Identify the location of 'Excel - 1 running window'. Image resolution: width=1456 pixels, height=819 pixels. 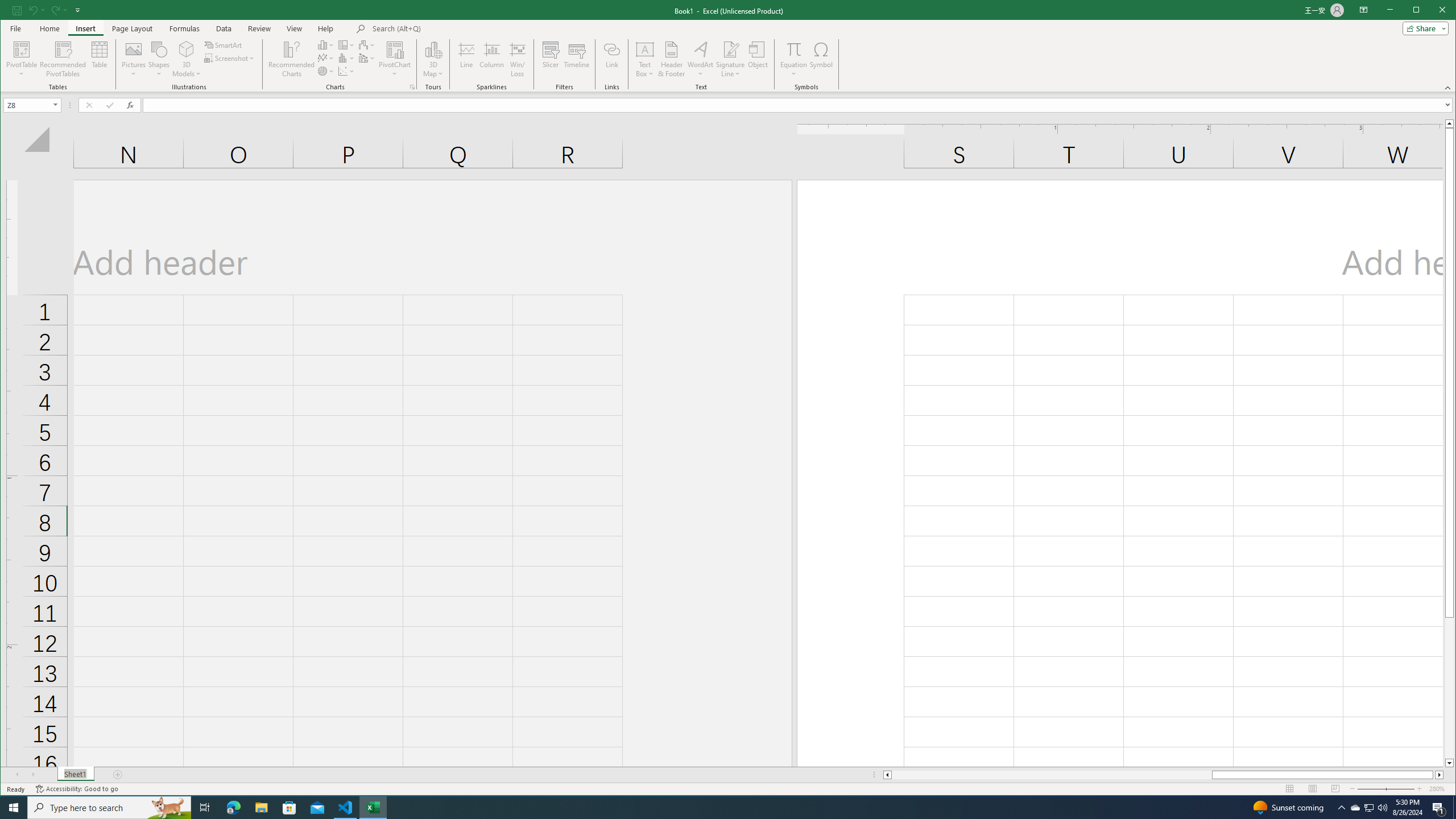
(373, 806).